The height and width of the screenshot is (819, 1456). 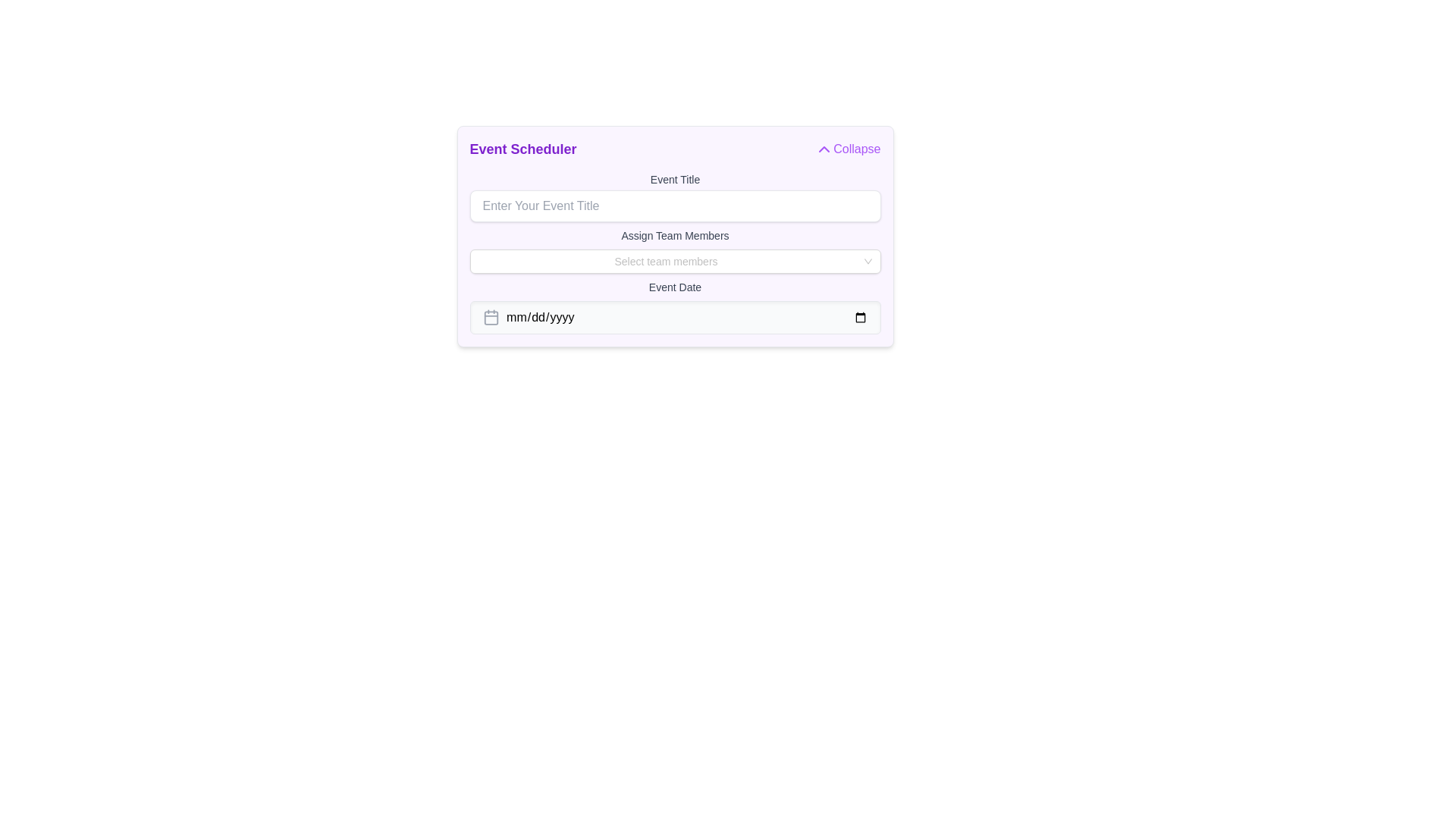 I want to click on the chevron button in the top-right corner of the 'Event Scheduler' card for accessibility navigation, so click(x=824, y=149).